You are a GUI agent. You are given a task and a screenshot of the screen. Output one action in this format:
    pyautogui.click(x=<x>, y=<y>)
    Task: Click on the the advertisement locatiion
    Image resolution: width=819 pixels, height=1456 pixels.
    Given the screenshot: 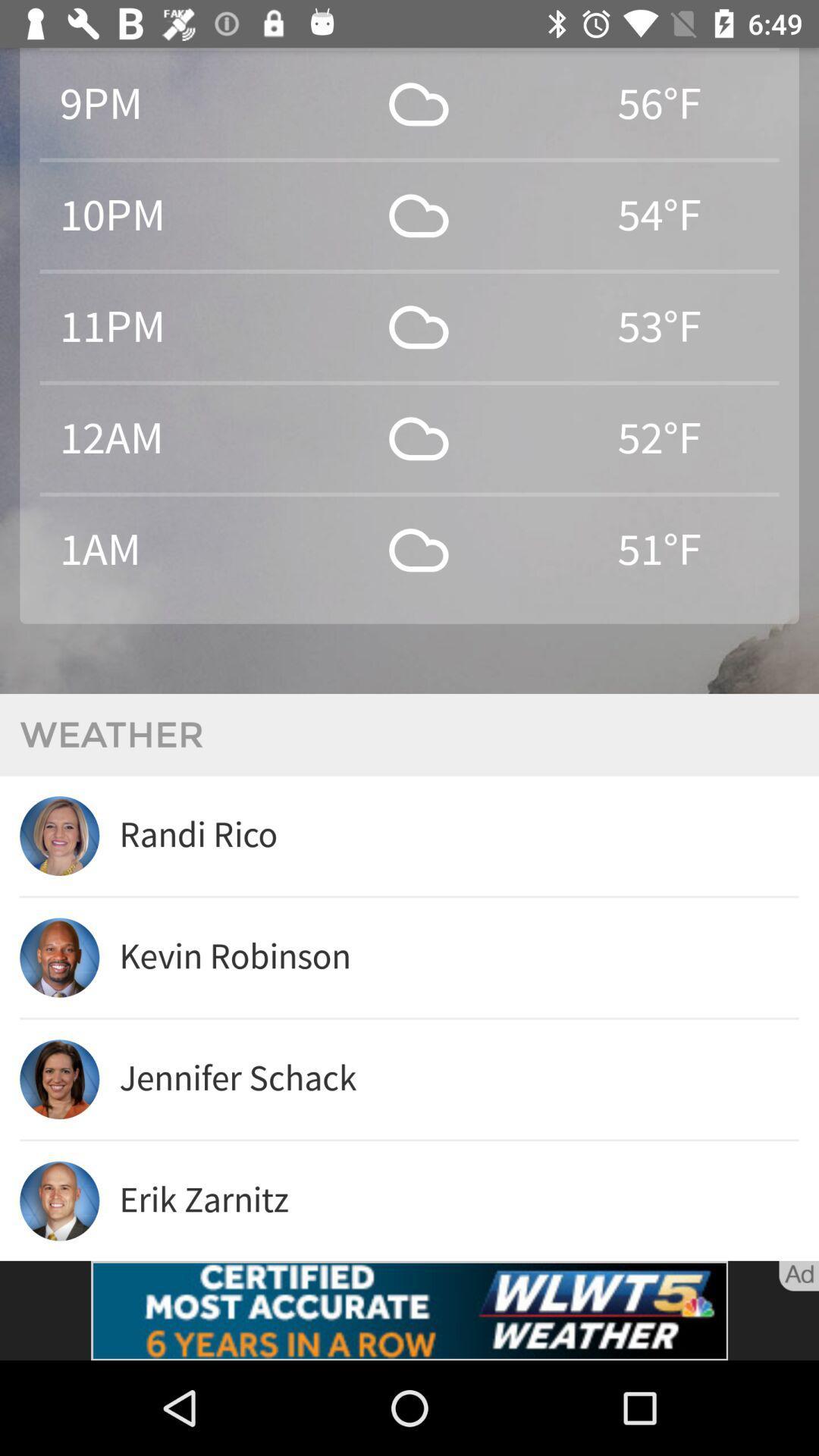 What is the action you would take?
    pyautogui.click(x=409, y=1310)
    